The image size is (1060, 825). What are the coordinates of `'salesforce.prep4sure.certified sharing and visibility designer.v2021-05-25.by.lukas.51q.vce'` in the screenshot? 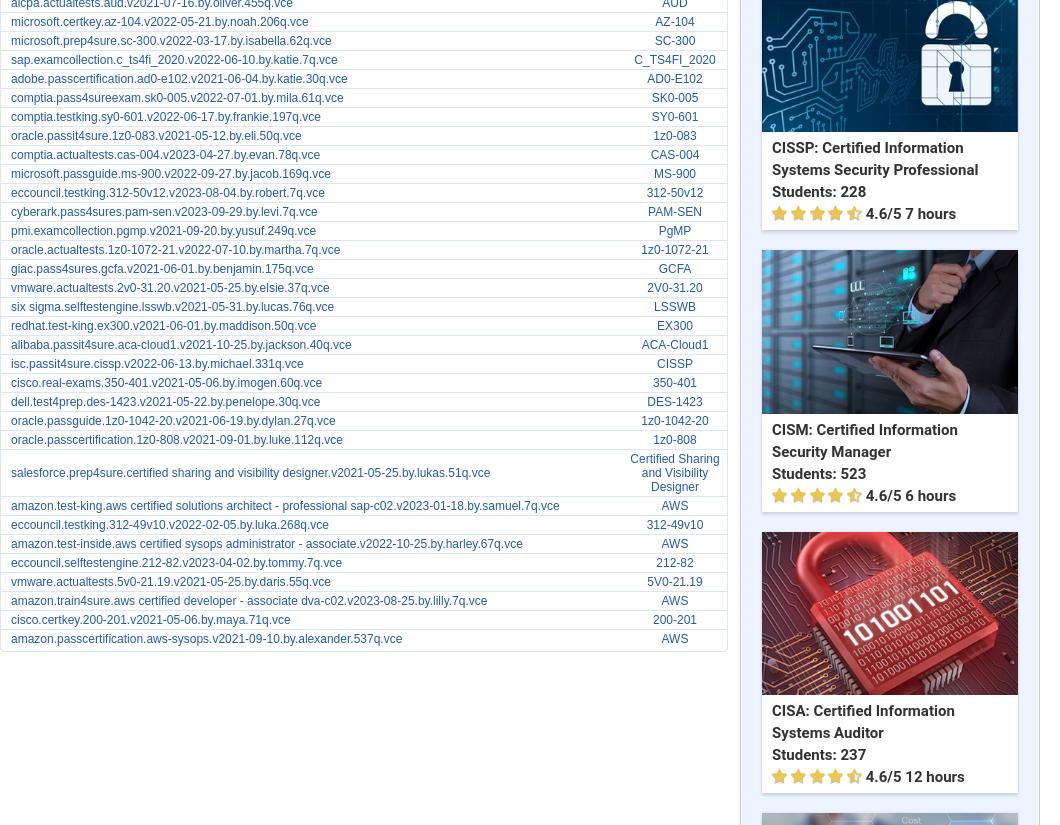 It's located at (249, 471).